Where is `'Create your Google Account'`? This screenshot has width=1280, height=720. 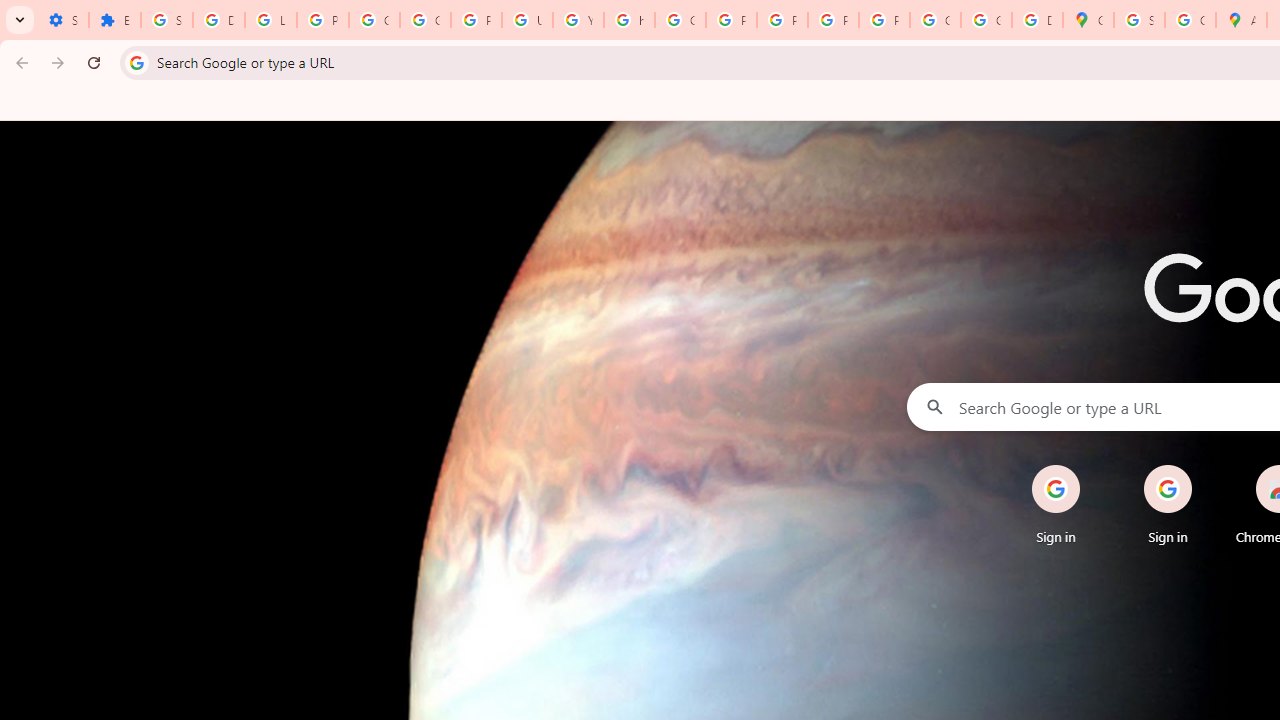 'Create your Google Account' is located at coordinates (1190, 20).